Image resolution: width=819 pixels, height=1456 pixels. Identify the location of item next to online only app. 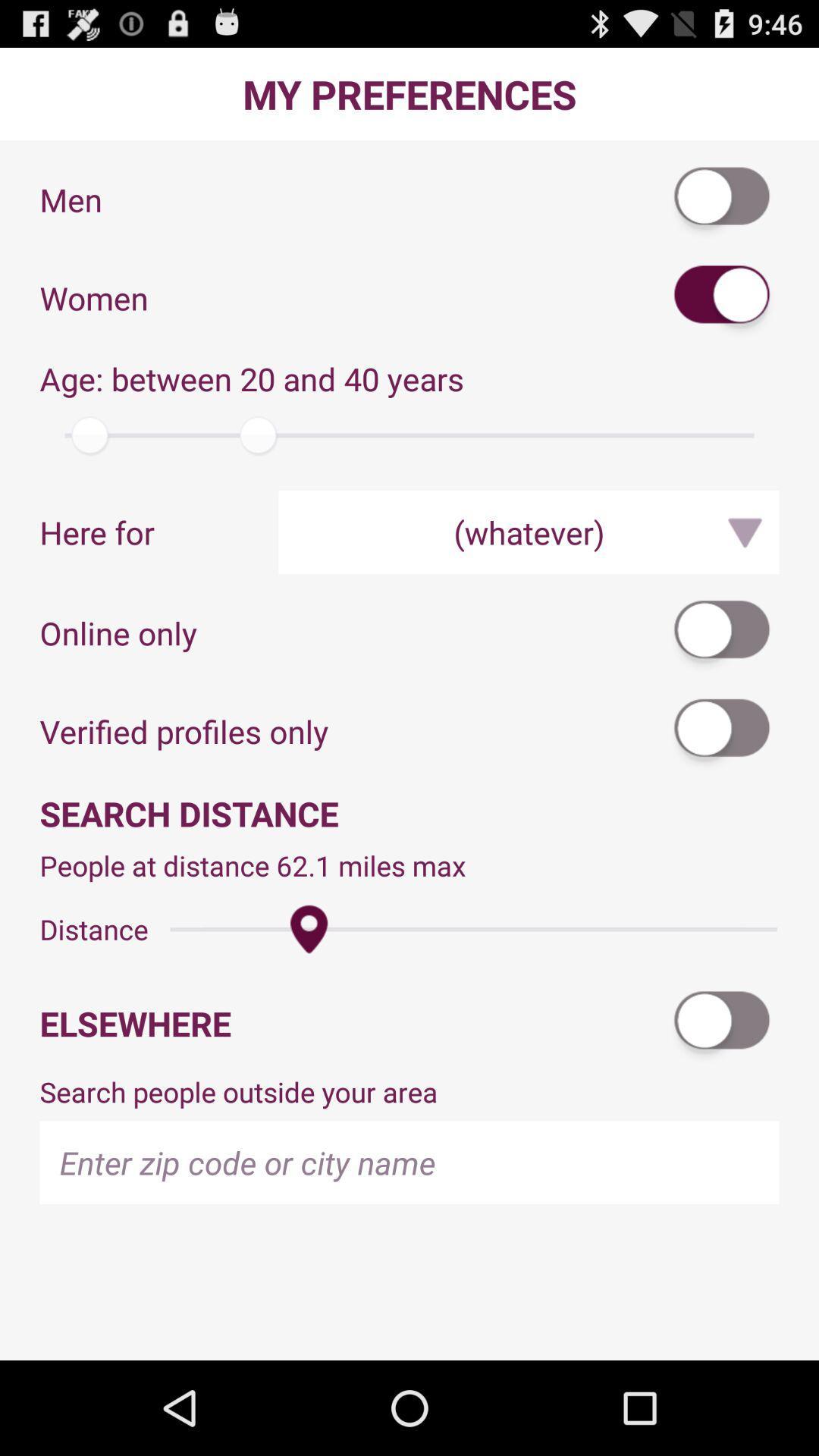
(722, 632).